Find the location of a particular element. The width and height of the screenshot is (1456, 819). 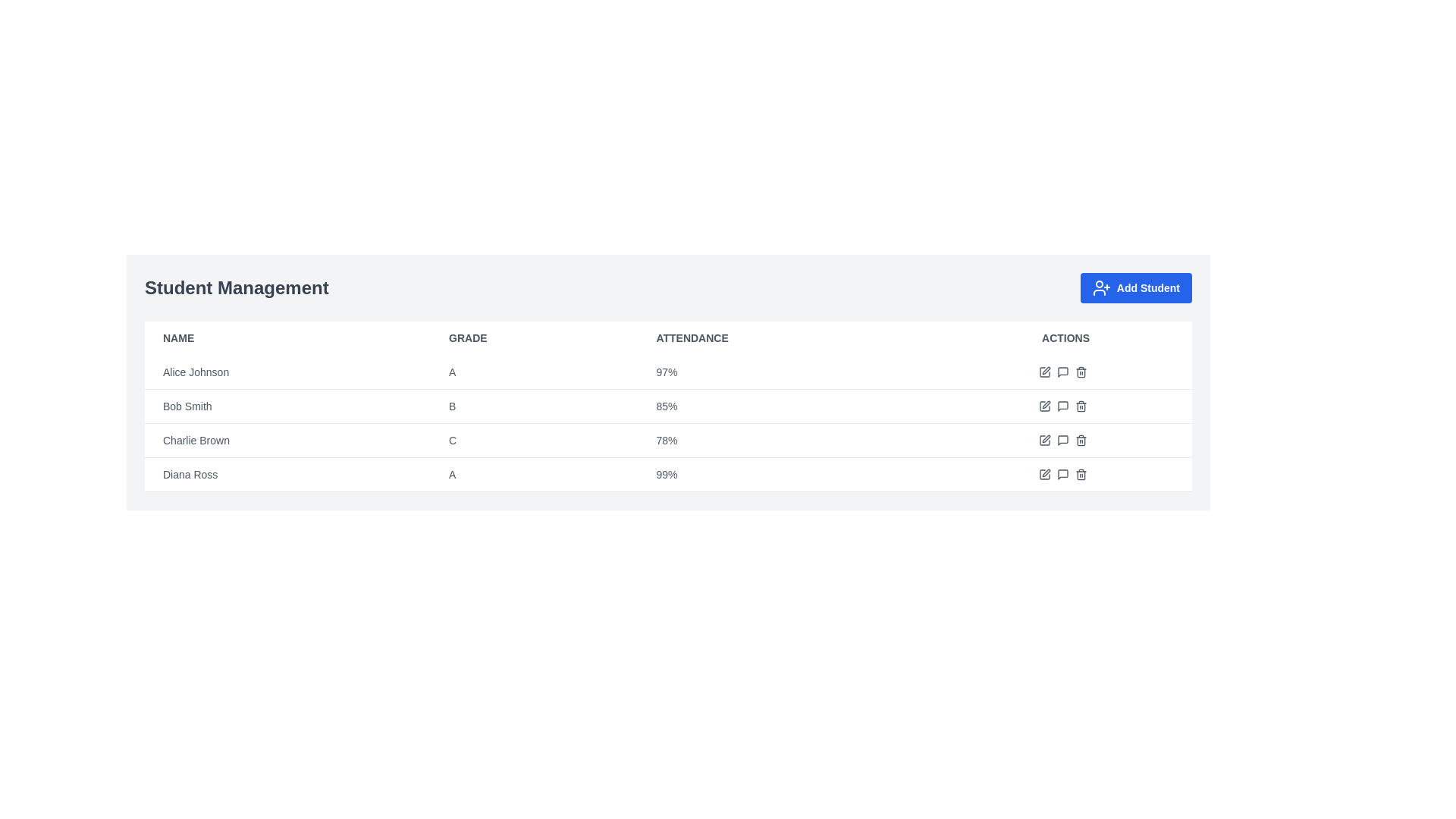

the Icon button located in the 'Actions' column for 'Bob Smith', which is the second action icon in the sequence is located at coordinates (1065, 406).